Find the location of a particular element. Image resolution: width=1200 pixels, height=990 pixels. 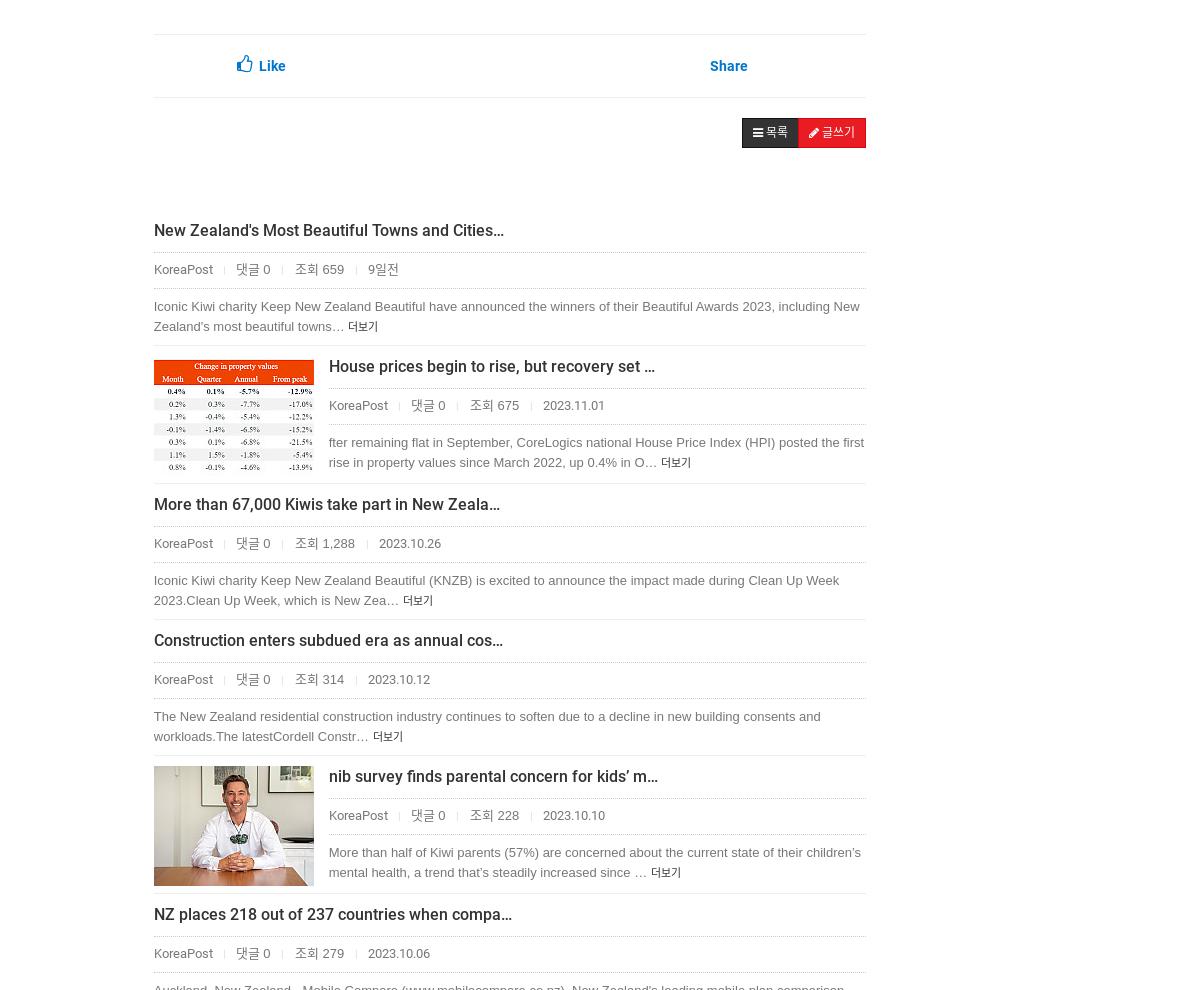

'Iconic Kiwi charity Keep New Zealand Beautiful (KNZB) is excited to announce the impact made during Clean Up Week 2023.Clean Up Week, which is New Zea…' is located at coordinates (494, 590).